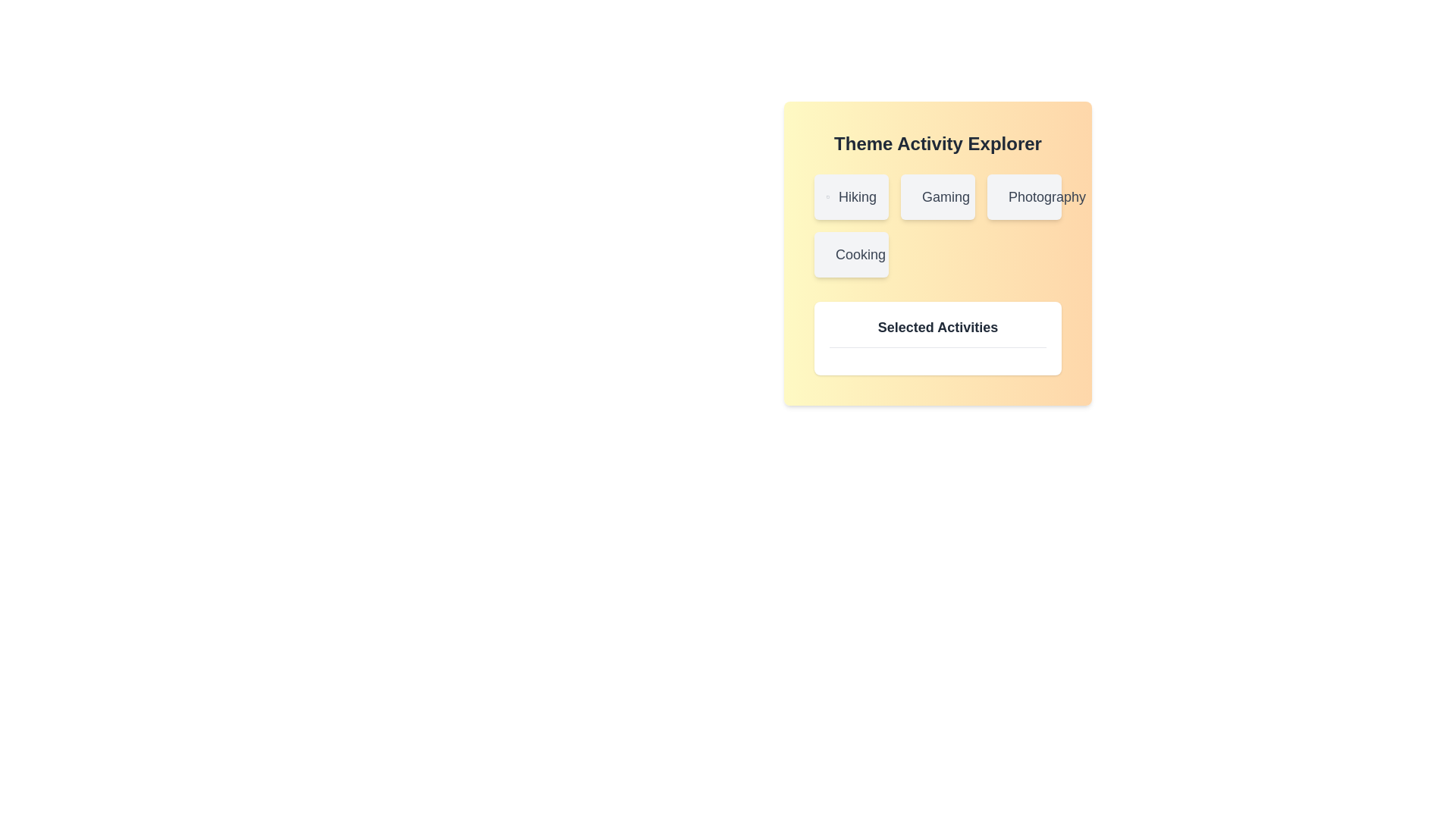 The width and height of the screenshot is (1456, 819). Describe the element at coordinates (937, 225) in the screenshot. I see `a tile within the Grid Layout under the 'Theme Activity Explorer' heading` at that location.